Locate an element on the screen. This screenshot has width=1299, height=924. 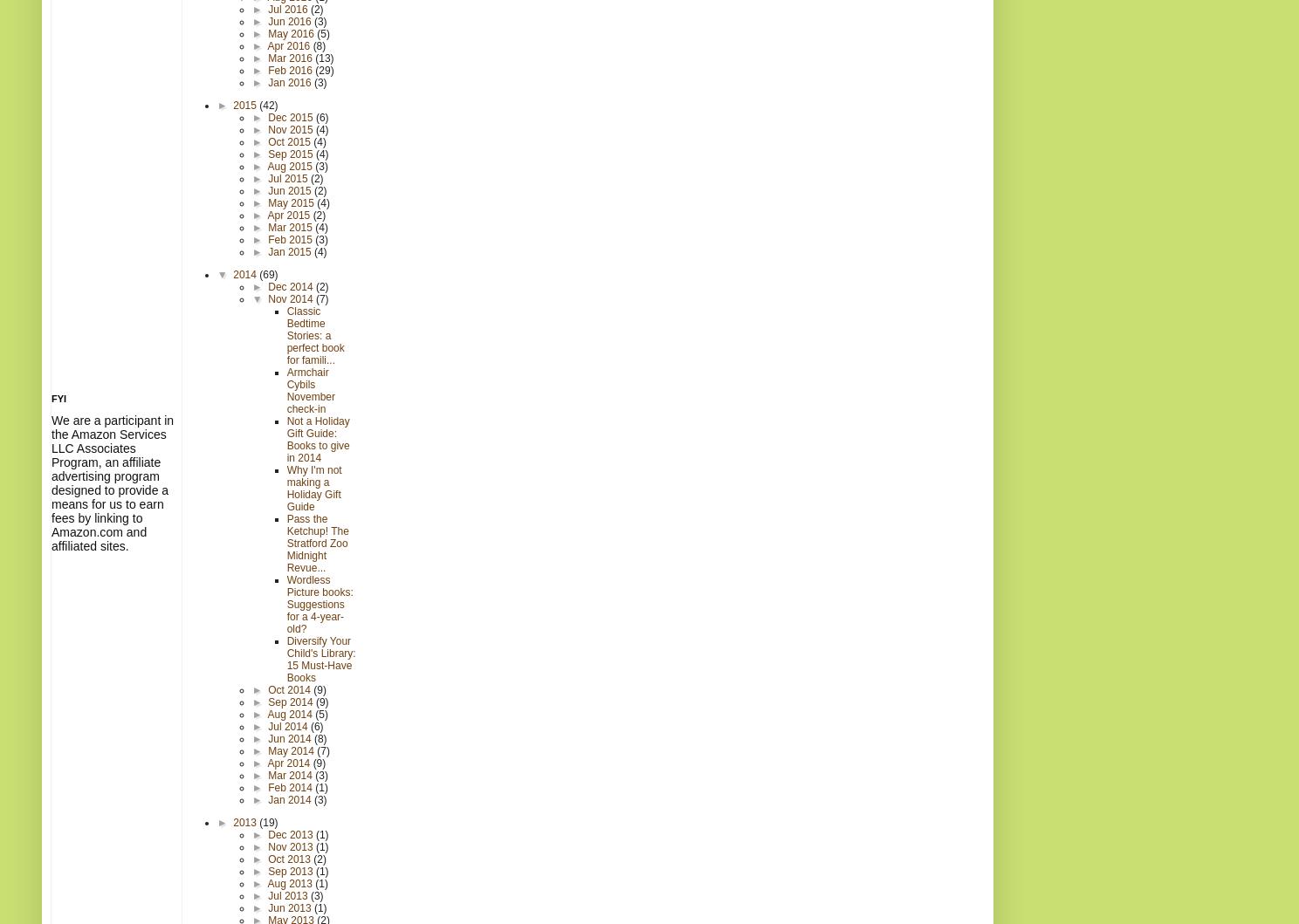
'Not a Holiday Gift Guide: Books to give in 2014' is located at coordinates (317, 439).